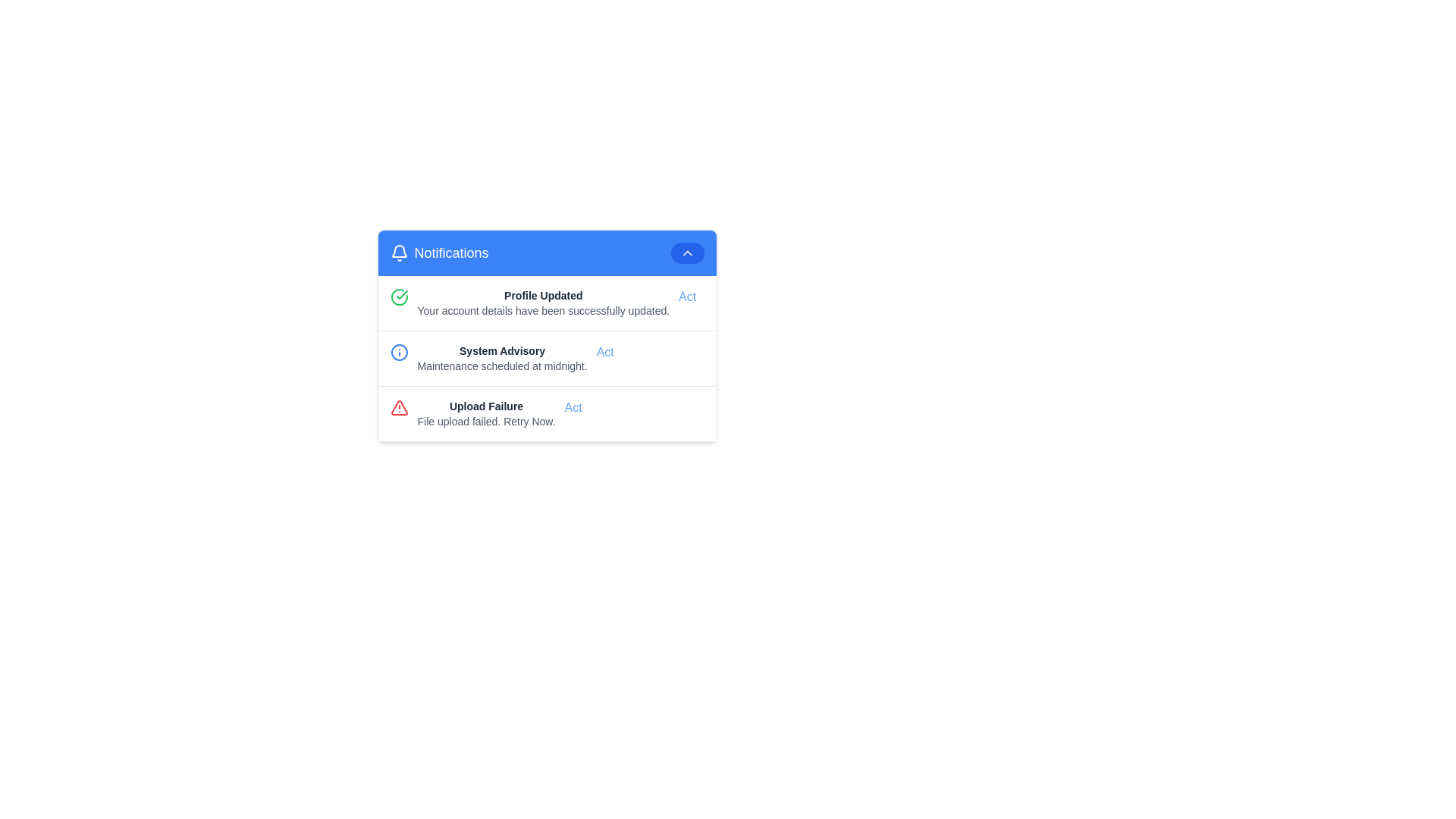 The image size is (1456, 819). What do you see at coordinates (399, 353) in the screenshot?
I see `the circular element that serves as a decorative and structural component of the SVG icon located in the top-left corner of the notification card` at bounding box center [399, 353].